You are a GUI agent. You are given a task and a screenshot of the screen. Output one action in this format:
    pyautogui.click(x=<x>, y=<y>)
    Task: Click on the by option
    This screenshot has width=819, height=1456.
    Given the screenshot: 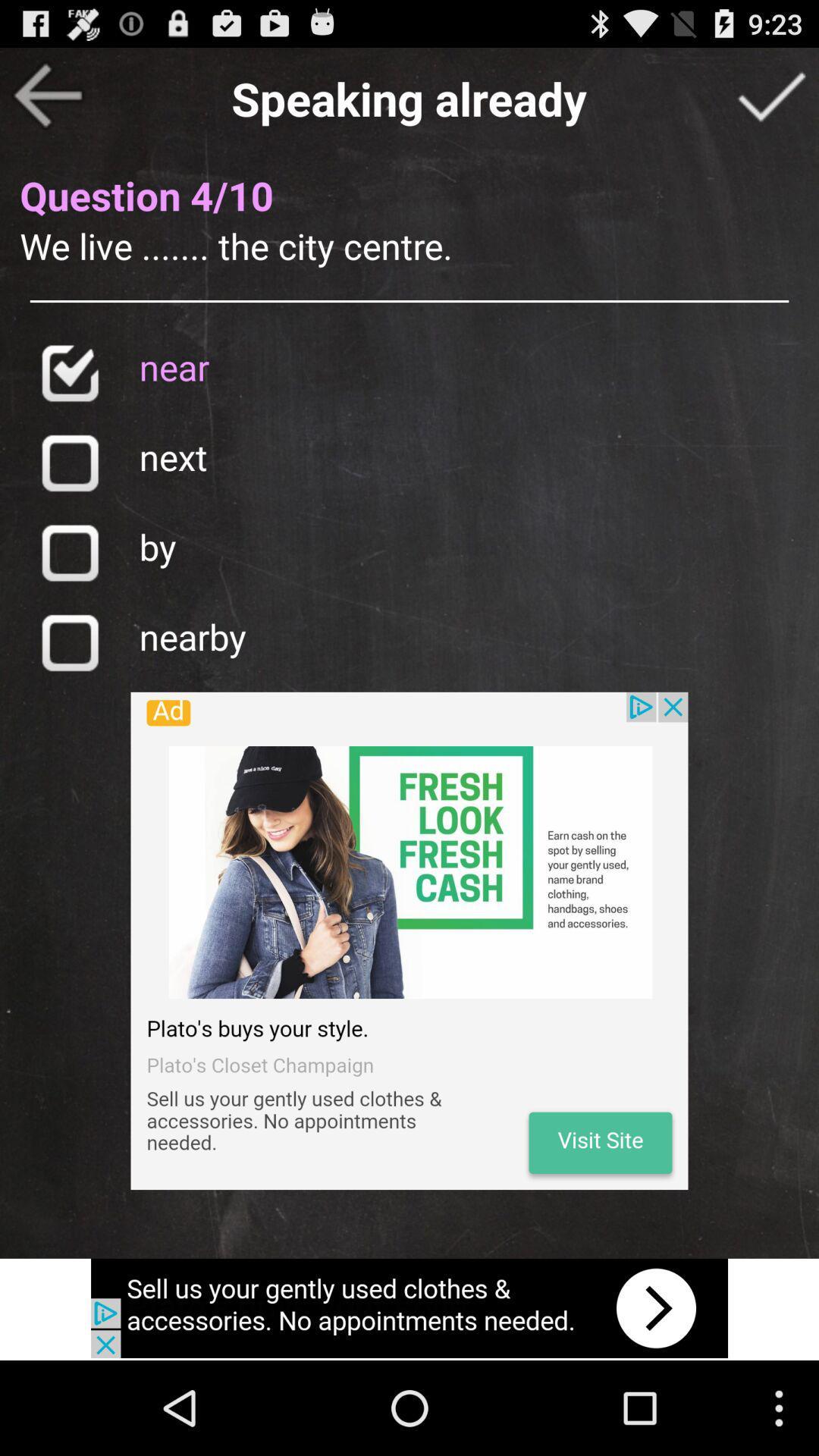 What is the action you would take?
    pyautogui.click(x=69, y=551)
    